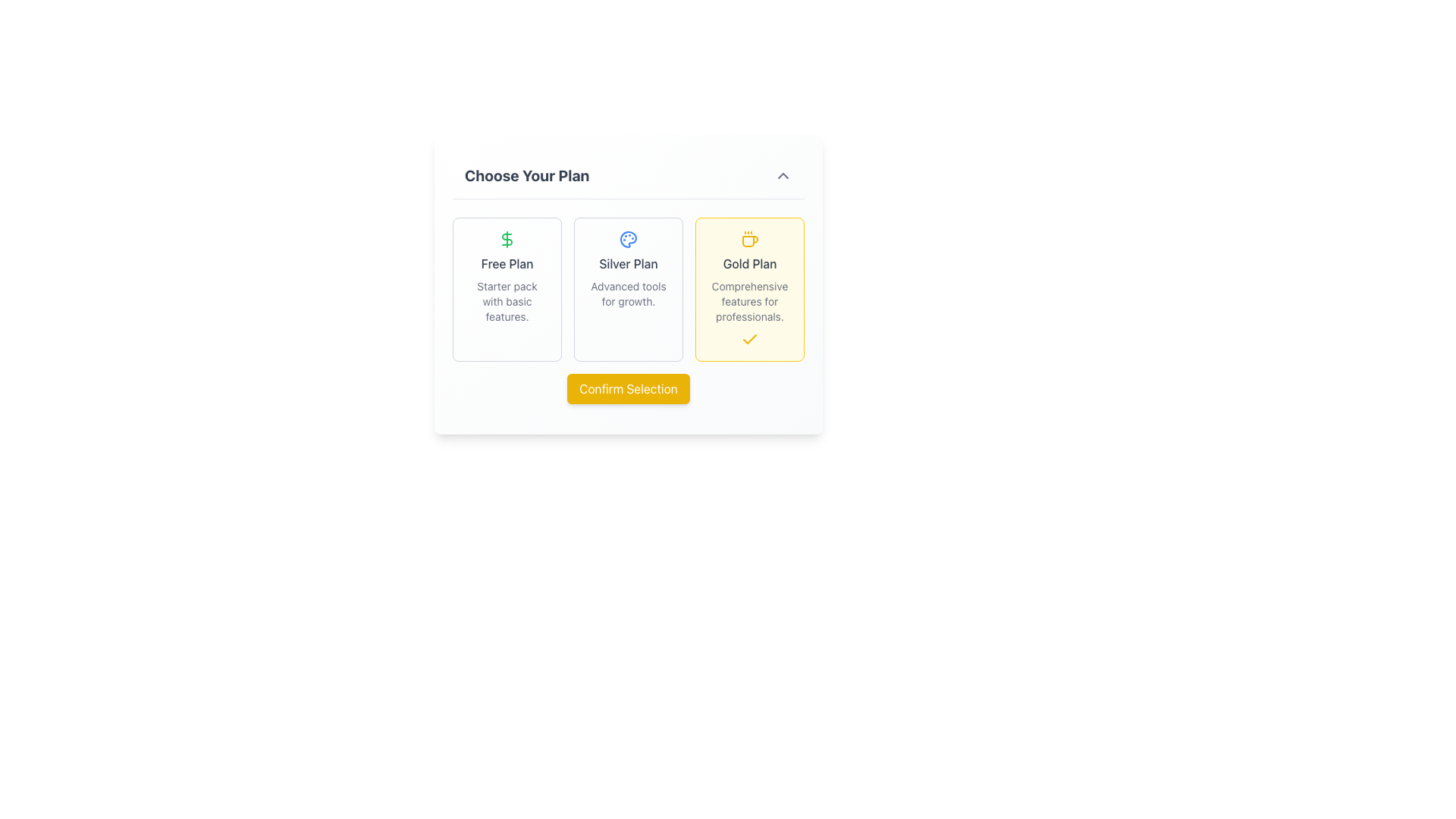 The width and height of the screenshot is (1456, 819). Describe the element at coordinates (783, 174) in the screenshot. I see `the small downward-pointing chevron icon, which is gray and located to the right of the 'Choose Your Plan' text` at that location.